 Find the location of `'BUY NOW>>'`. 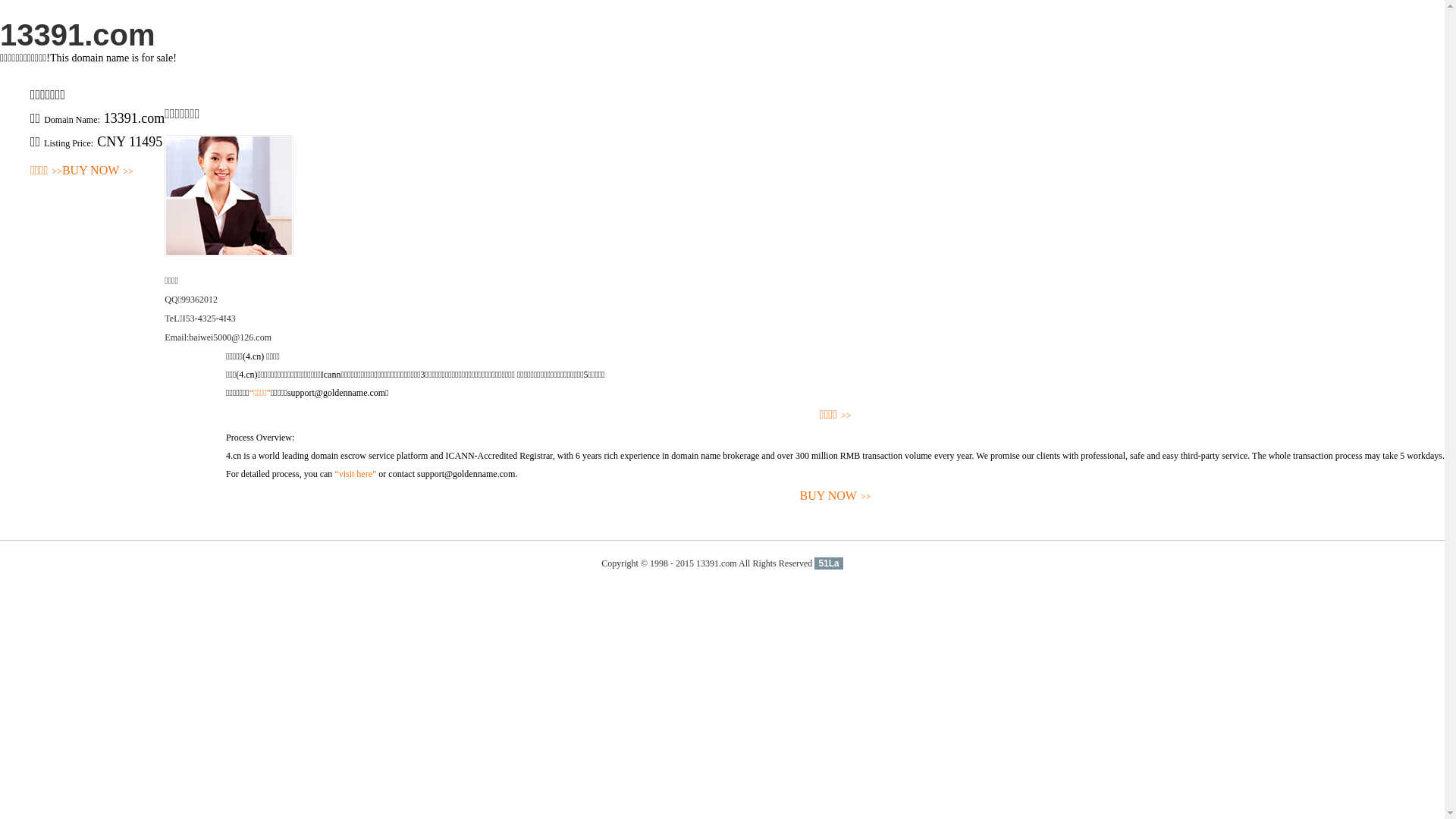

'BUY NOW>>' is located at coordinates (97, 171).